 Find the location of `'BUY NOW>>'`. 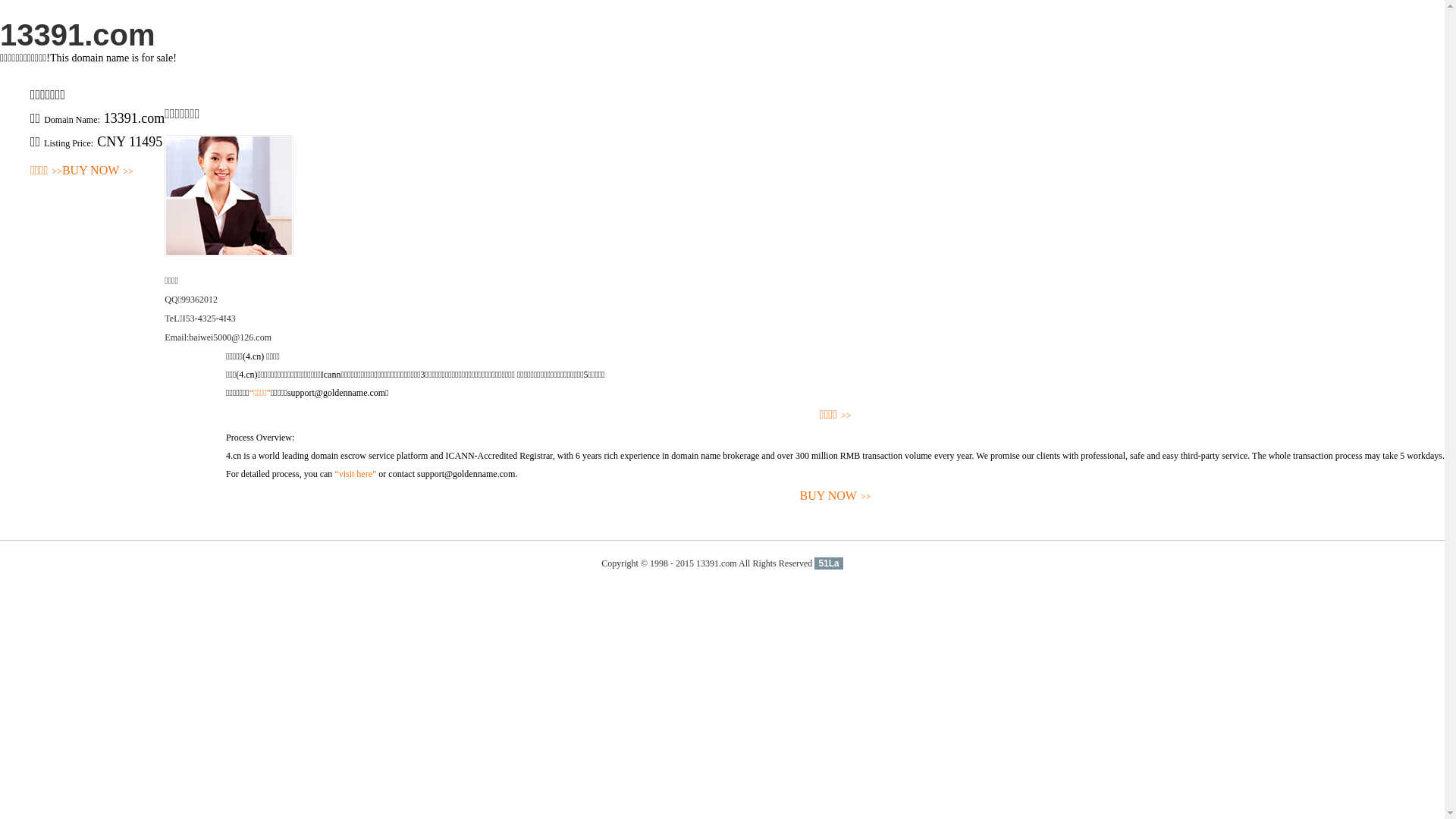

'BUY NOW>>' is located at coordinates (97, 171).